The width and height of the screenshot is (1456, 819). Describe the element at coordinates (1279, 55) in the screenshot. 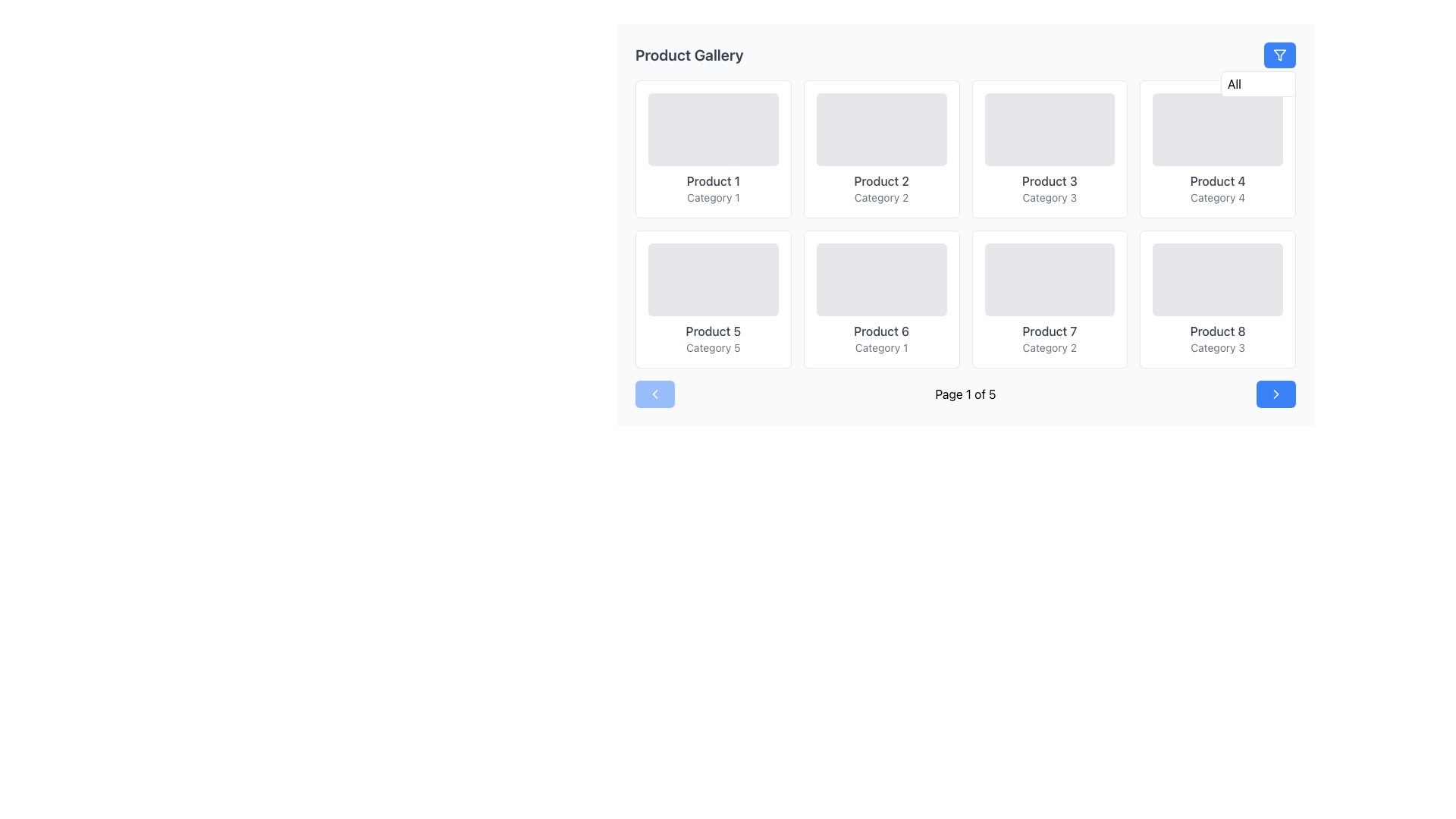

I see `the filter icon located within the blue button labeled 'All' at the upper-right corner of the page` at that location.